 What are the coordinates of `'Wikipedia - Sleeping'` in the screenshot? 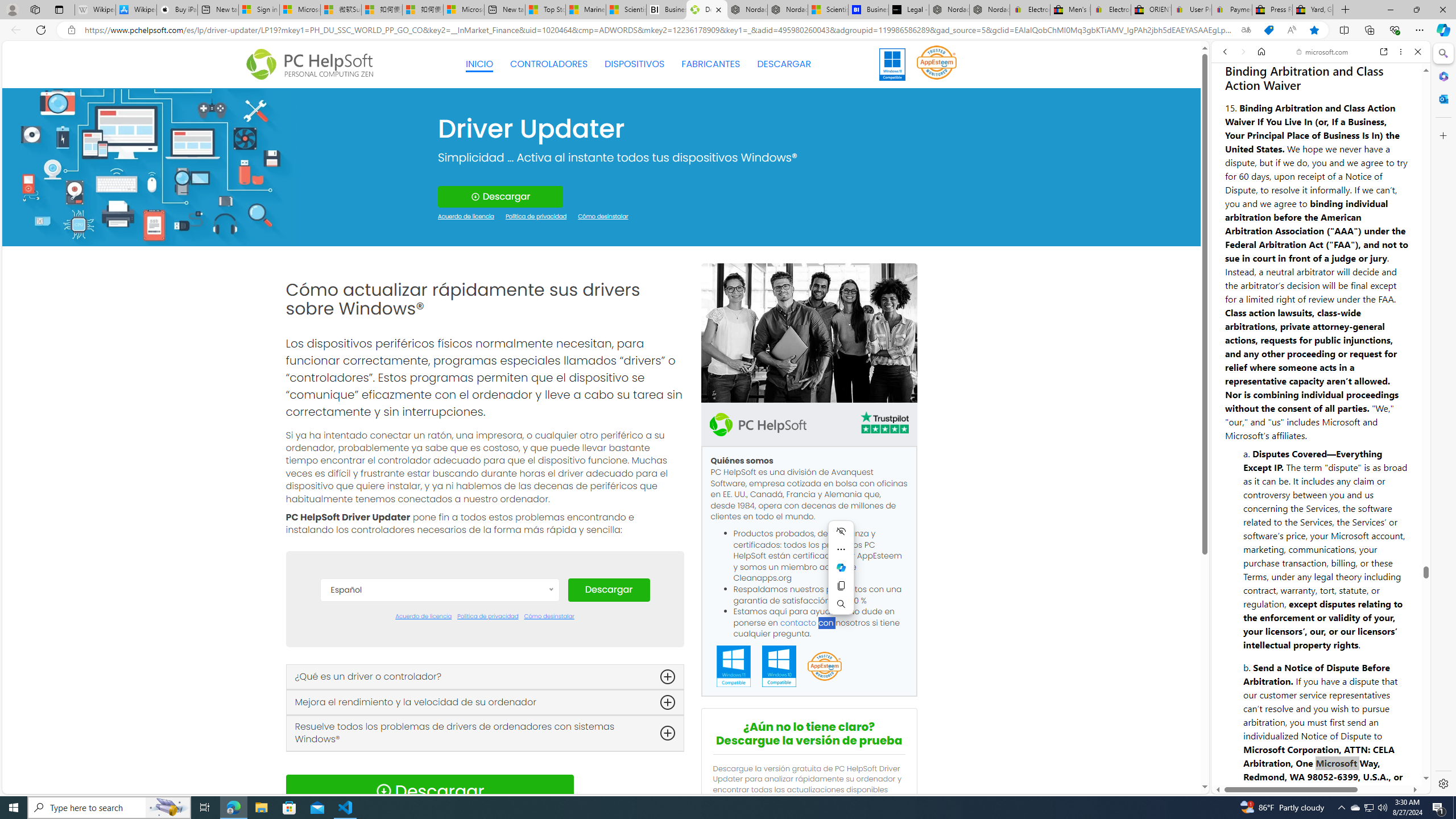 It's located at (95, 9).